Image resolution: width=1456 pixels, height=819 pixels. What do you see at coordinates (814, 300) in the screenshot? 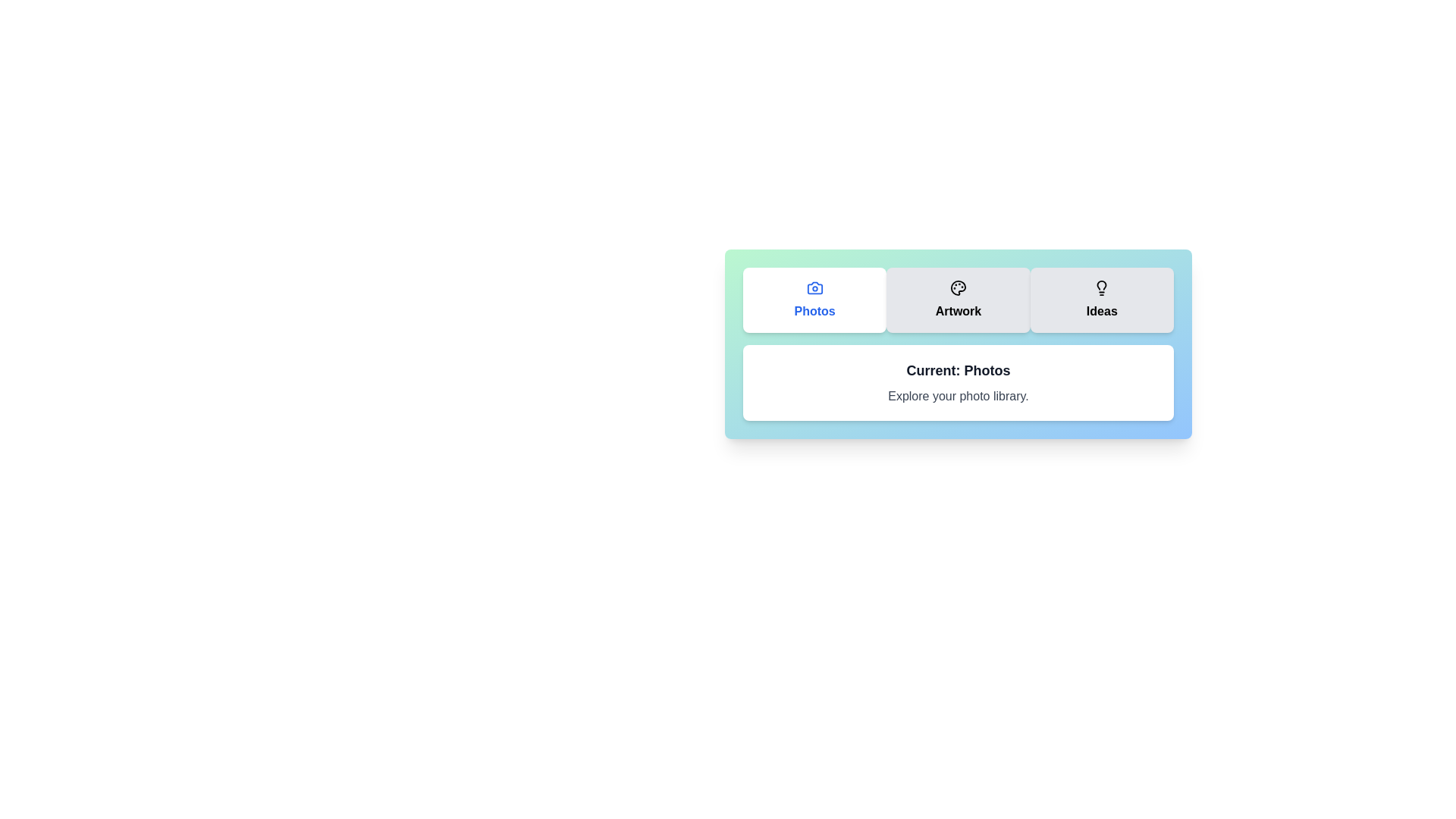
I see `the Photos tab by clicking the corresponding button` at bounding box center [814, 300].